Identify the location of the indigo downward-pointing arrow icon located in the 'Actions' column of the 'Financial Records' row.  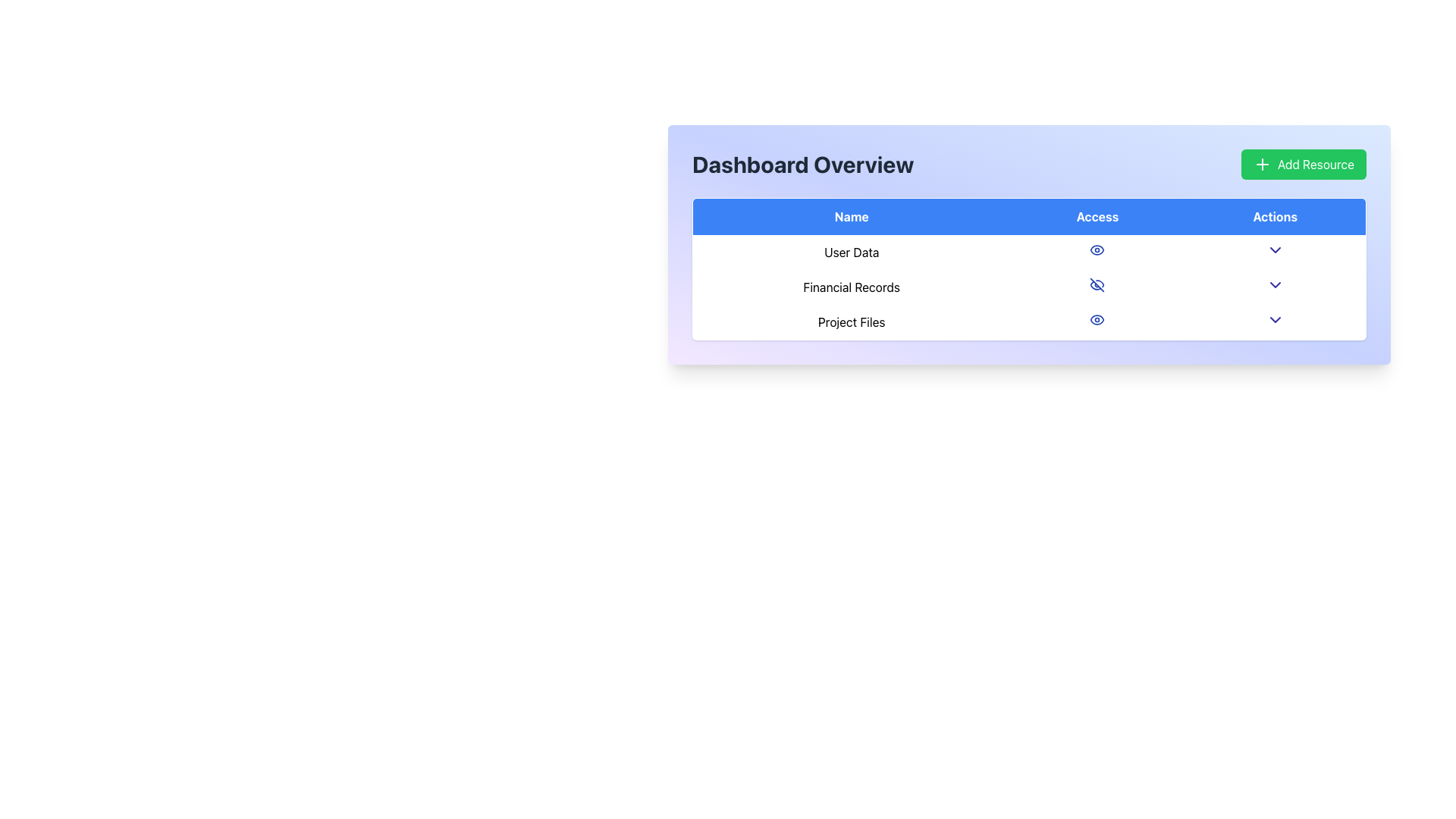
(1274, 287).